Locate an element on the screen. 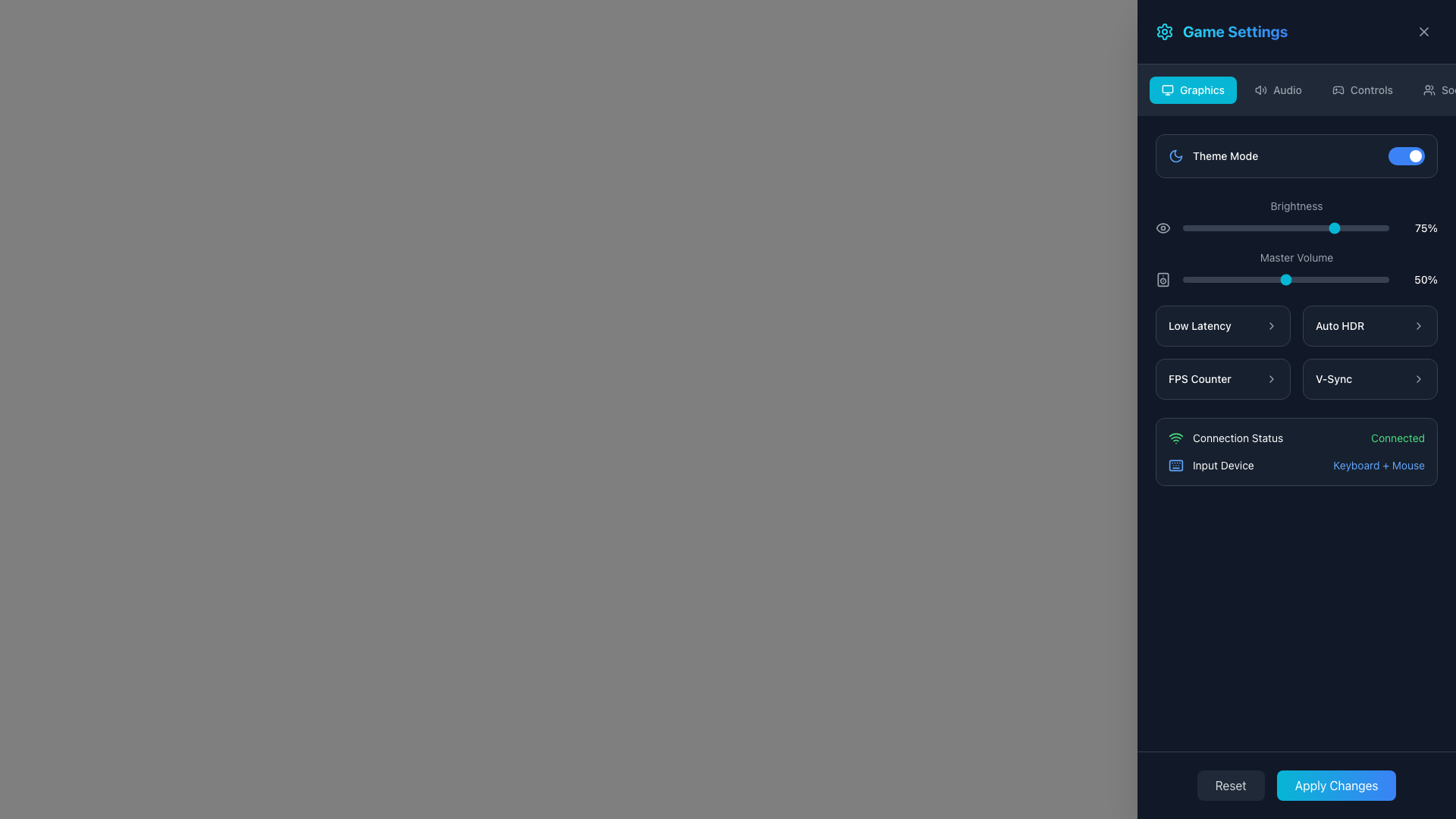 The image size is (1456, 819). the 'Auto HDR' label, which is a bold white text on a dark background, located in the second row of the right column under graphical settings is located at coordinates (1340, 325).